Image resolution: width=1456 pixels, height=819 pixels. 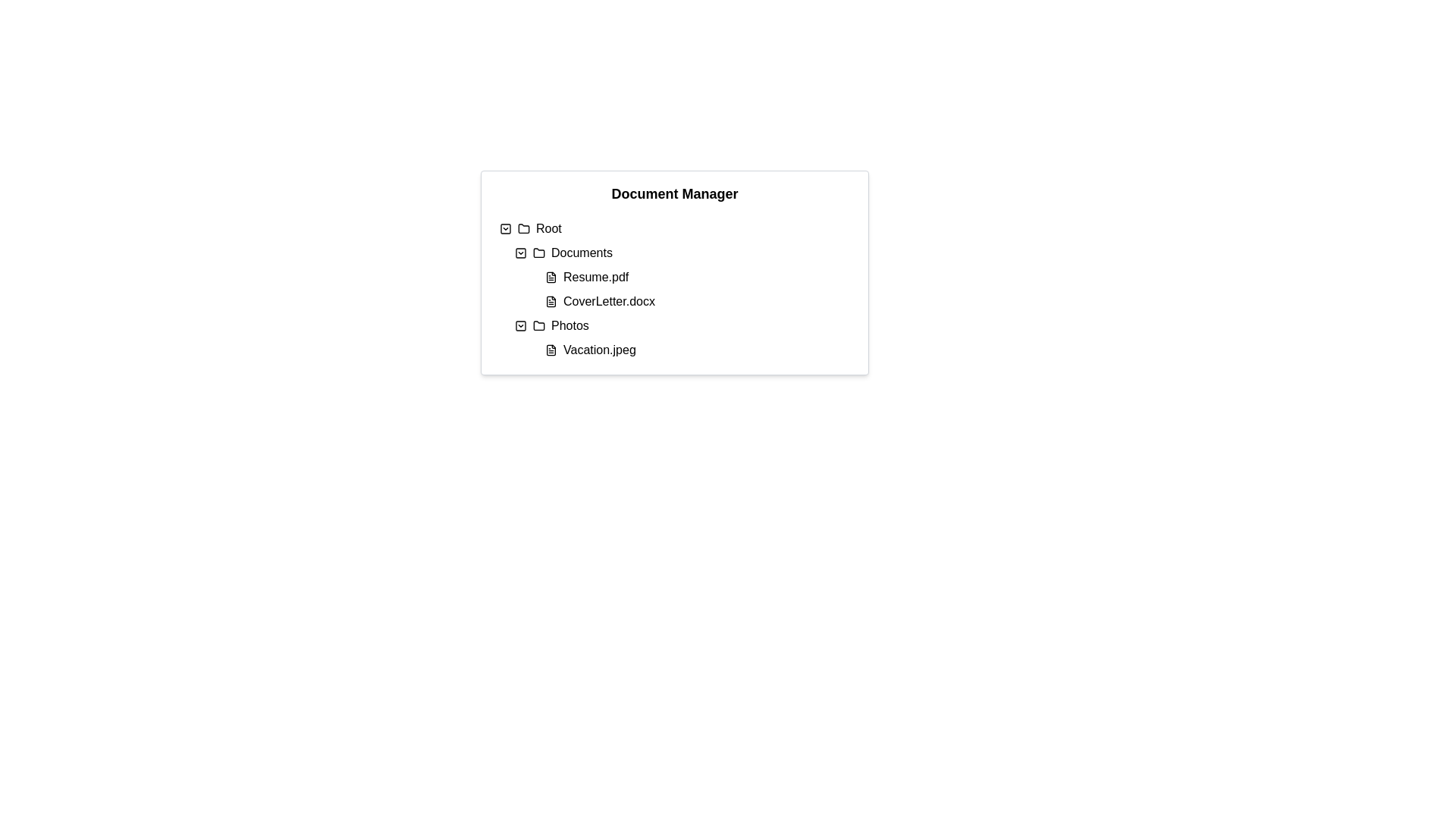 I want to click on the small downward-facing arrow icon located near the text labeled 'Documents', so click(x=520, y=253).